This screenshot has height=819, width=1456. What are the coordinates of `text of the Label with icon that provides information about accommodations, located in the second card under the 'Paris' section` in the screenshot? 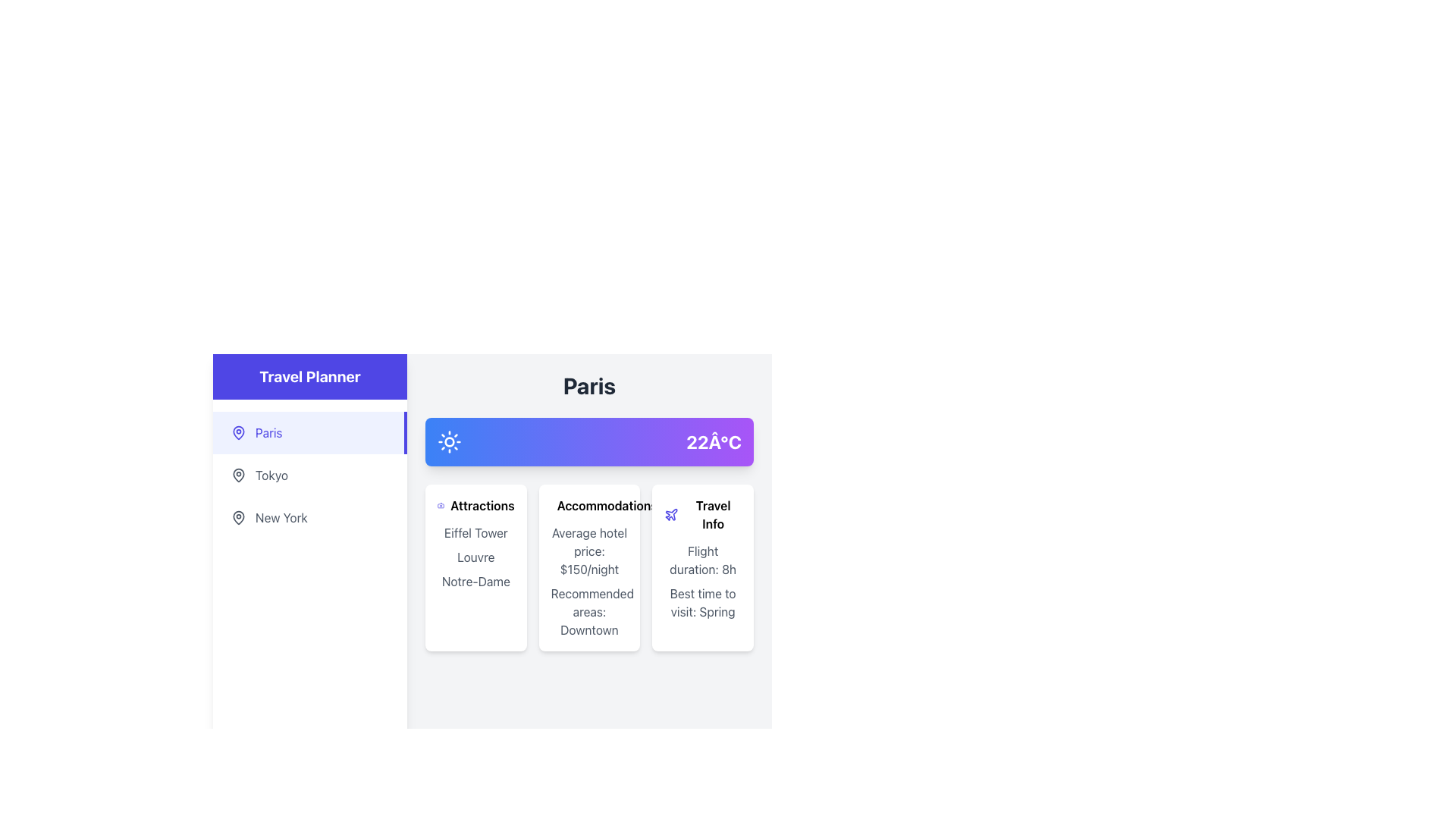 It's located at (588, 506).